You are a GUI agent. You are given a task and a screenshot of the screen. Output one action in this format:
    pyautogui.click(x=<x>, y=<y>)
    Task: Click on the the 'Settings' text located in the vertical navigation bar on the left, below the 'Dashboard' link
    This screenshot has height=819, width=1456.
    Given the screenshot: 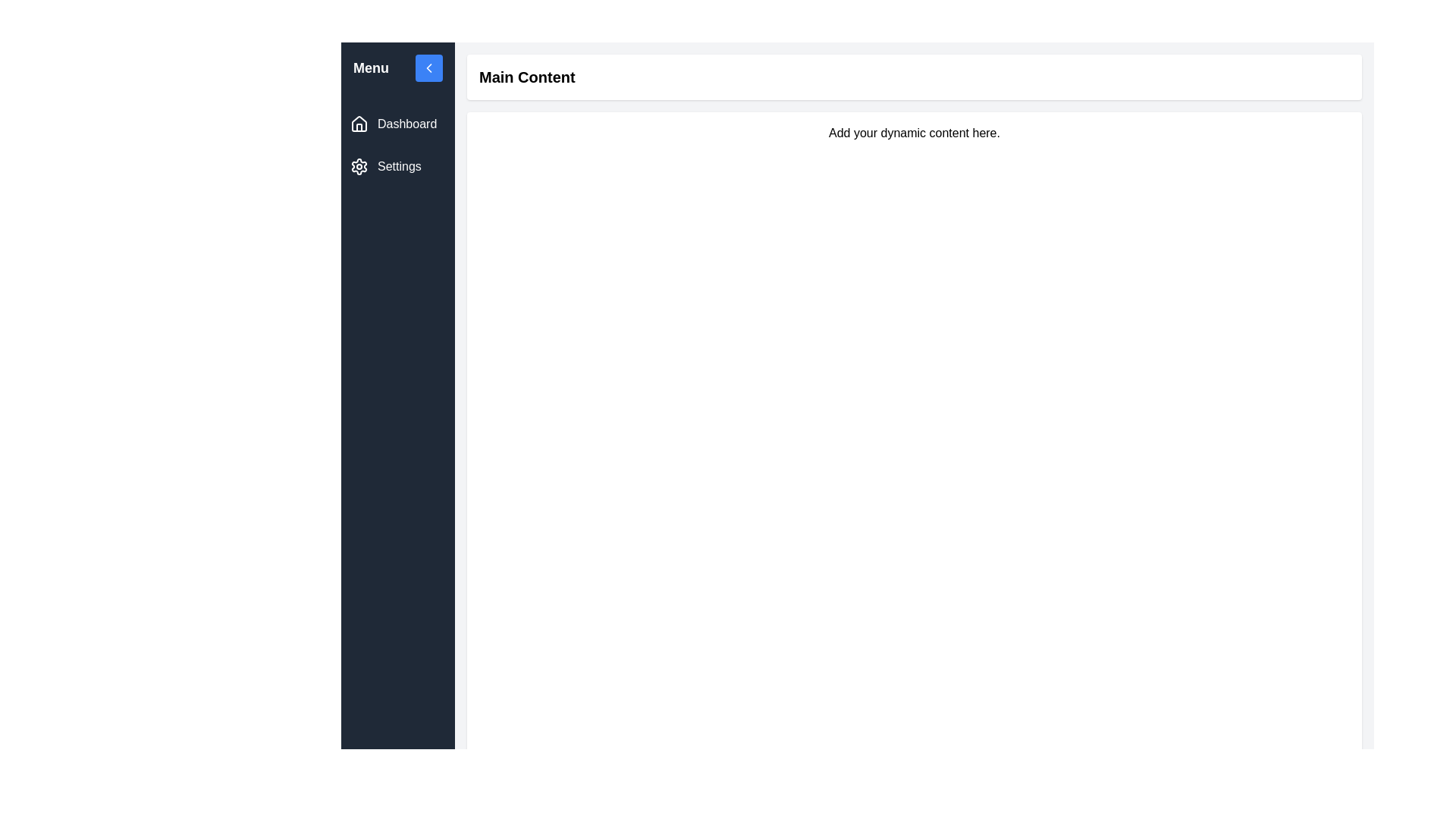 What is the action you would take?
    pyautogui.click(x=399, y=166)
    